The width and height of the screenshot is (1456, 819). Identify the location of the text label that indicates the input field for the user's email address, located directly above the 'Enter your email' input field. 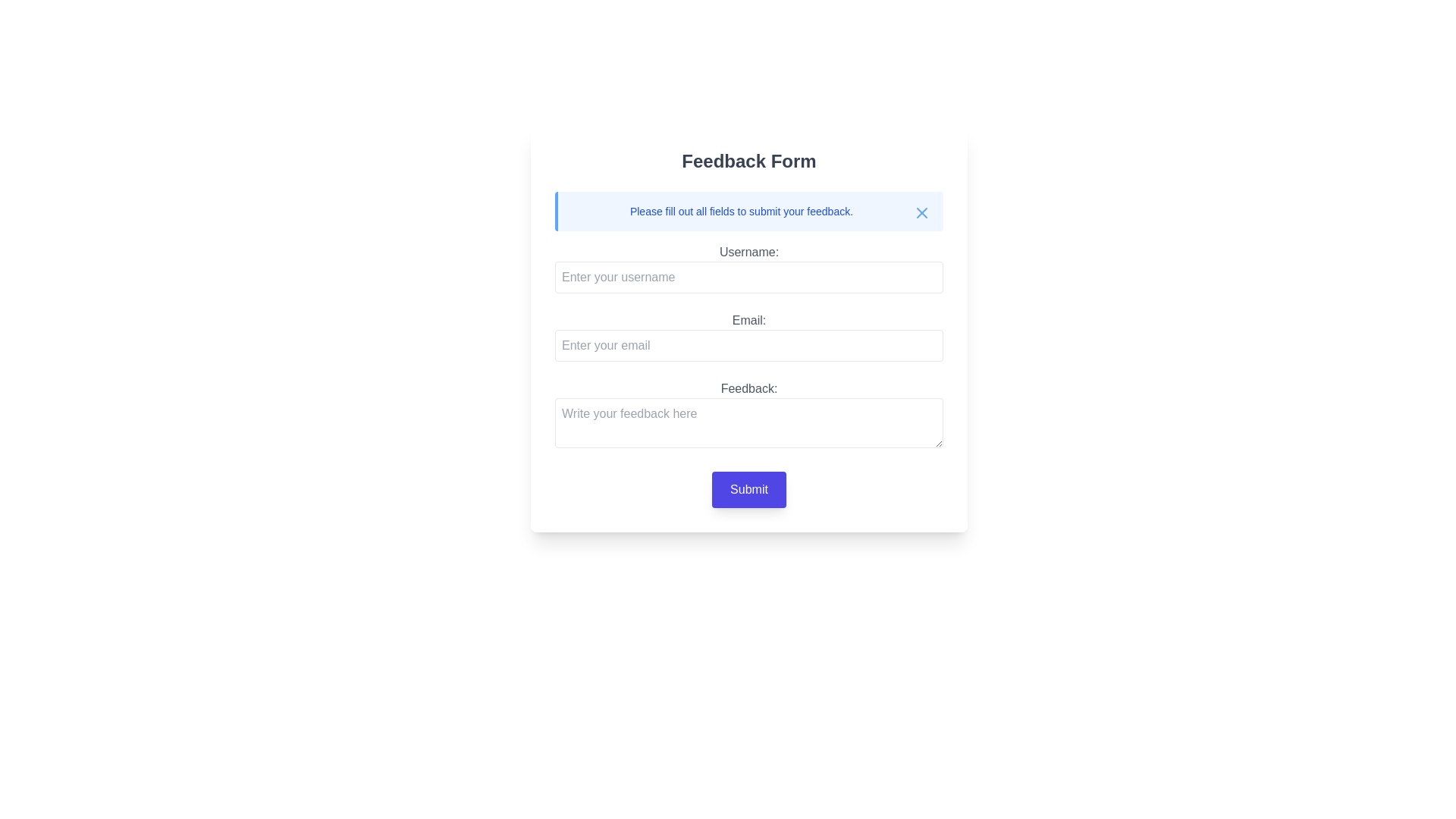
(749, 320).